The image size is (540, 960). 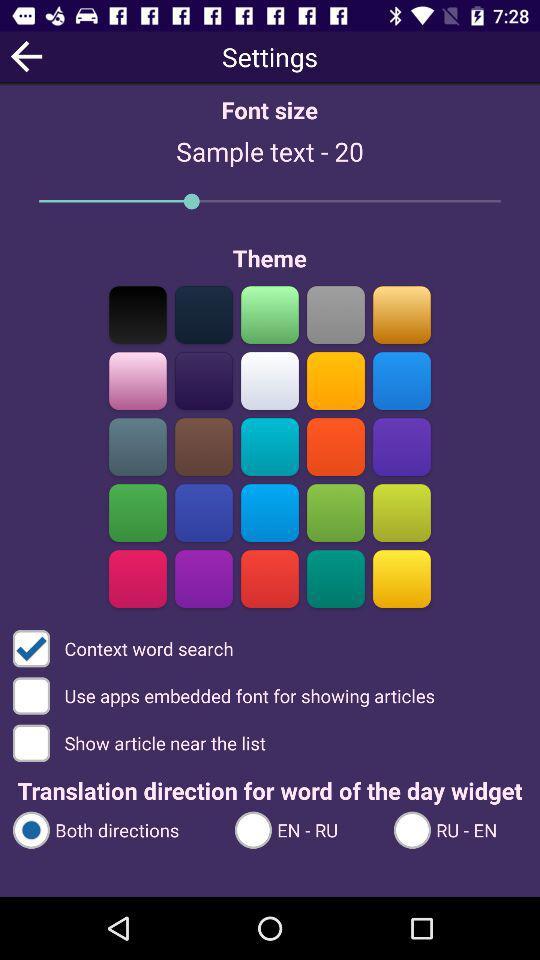 I want to click on color option, so click(x=270, y=446).